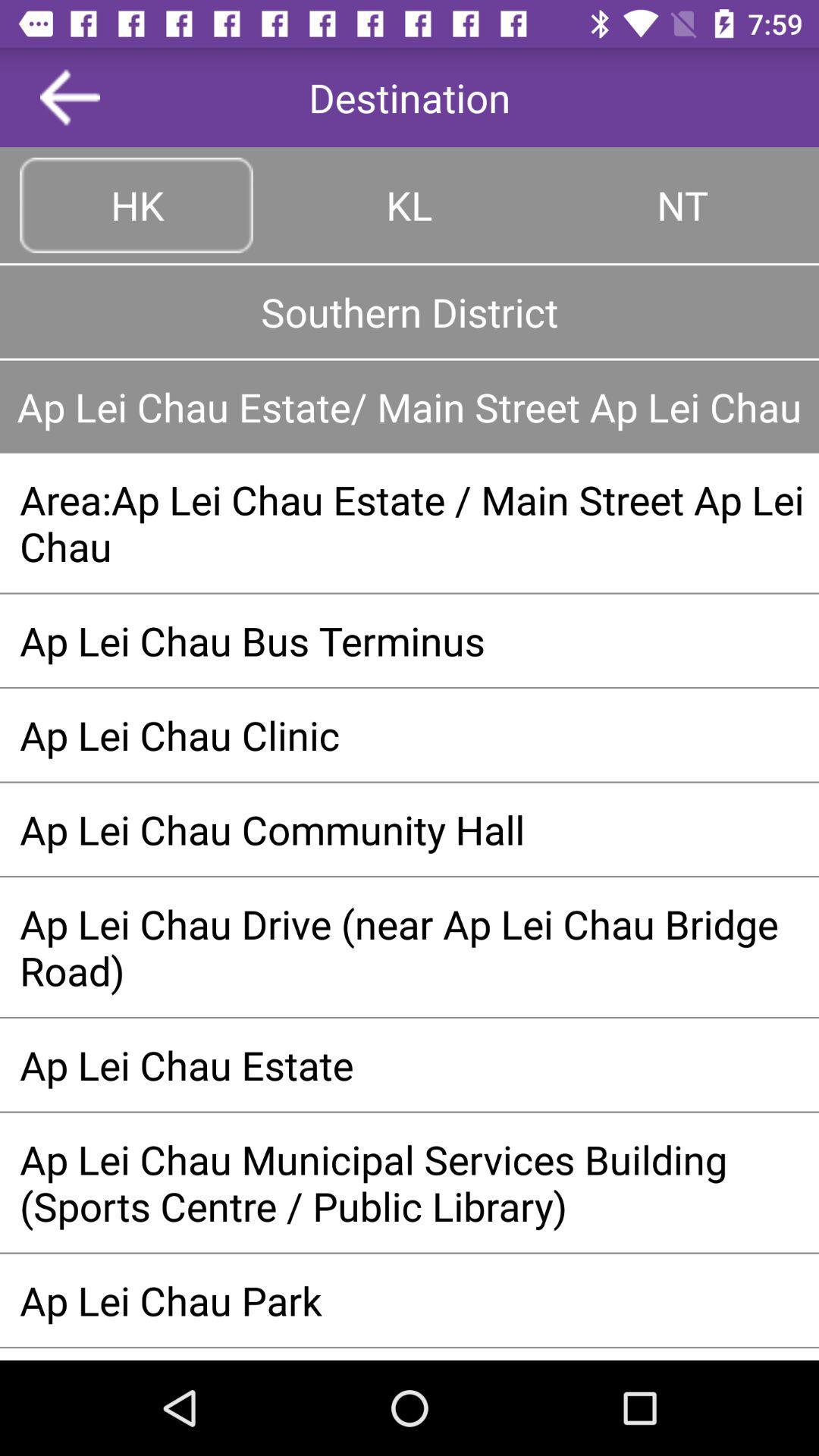 The height and width of the screenshot is (1456, 819). Describe the element at coordinates (70, 96) in the screenshot. I see `left of destination` at that location.